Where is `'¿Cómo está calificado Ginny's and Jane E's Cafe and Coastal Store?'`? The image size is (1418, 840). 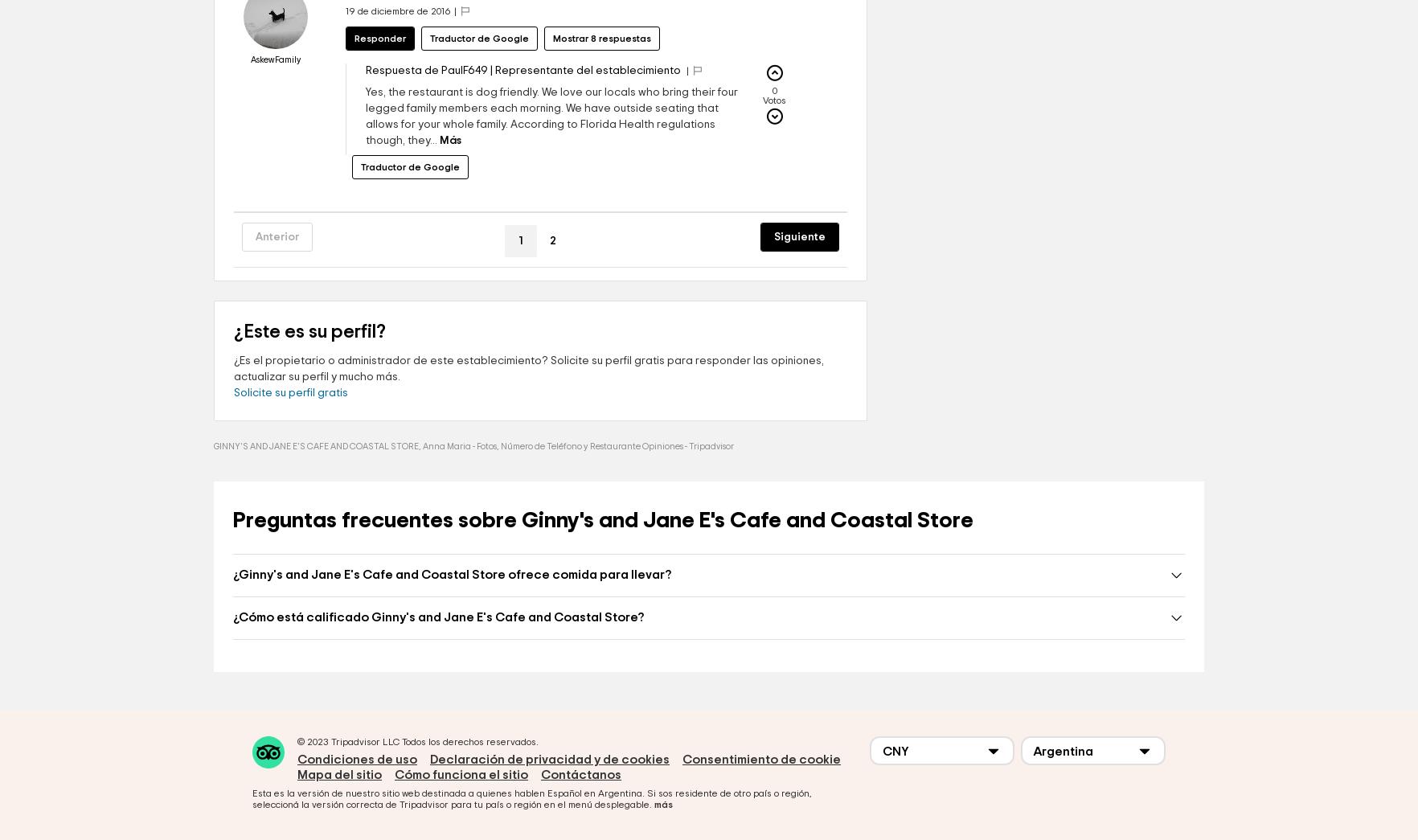
'¿Cómo está calificado Ginny's and Jane E's Cafe and Coastal Store?' is located at coordinates (438, 664).